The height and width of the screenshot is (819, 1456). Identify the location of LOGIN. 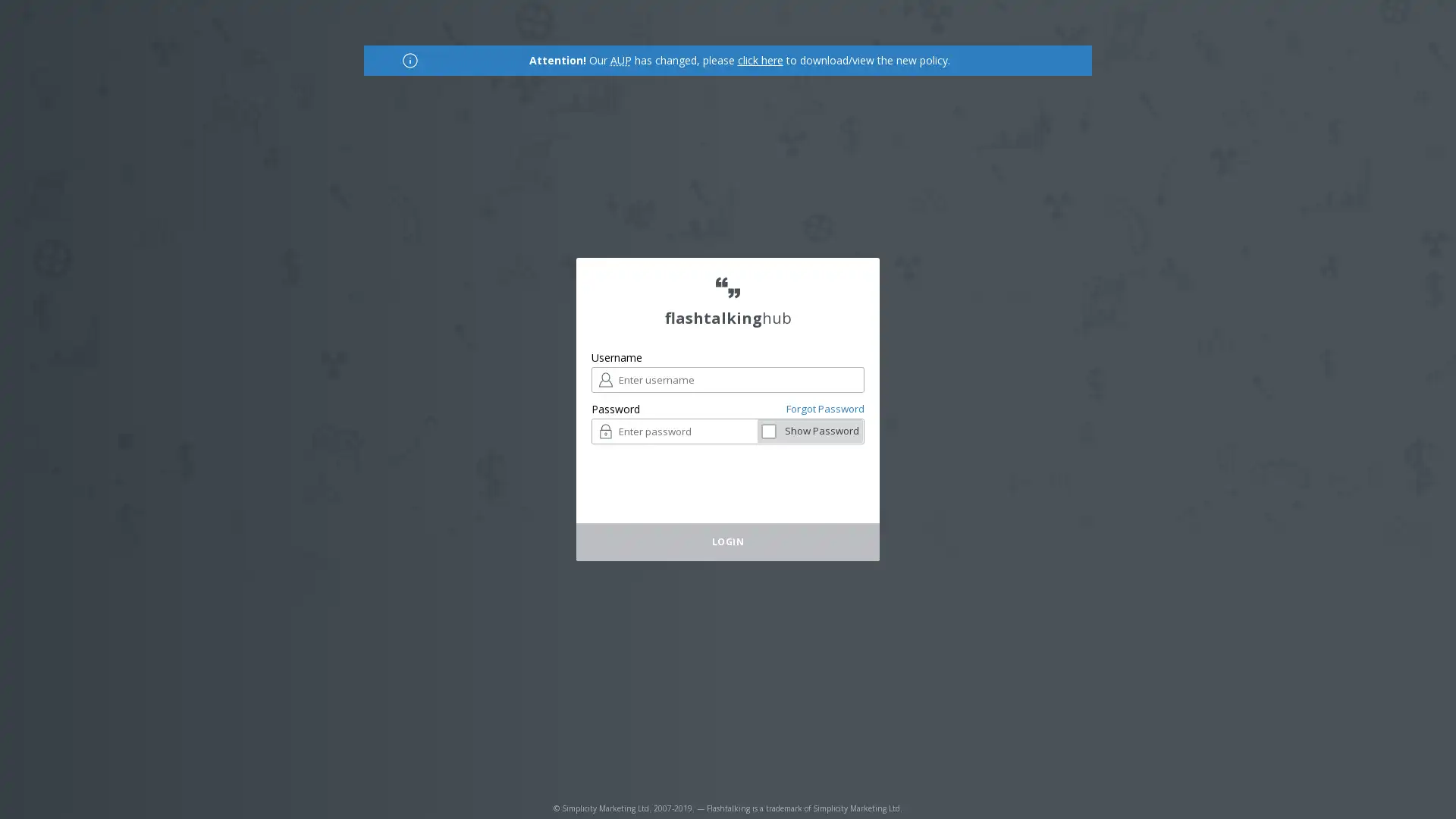
(870, 431).